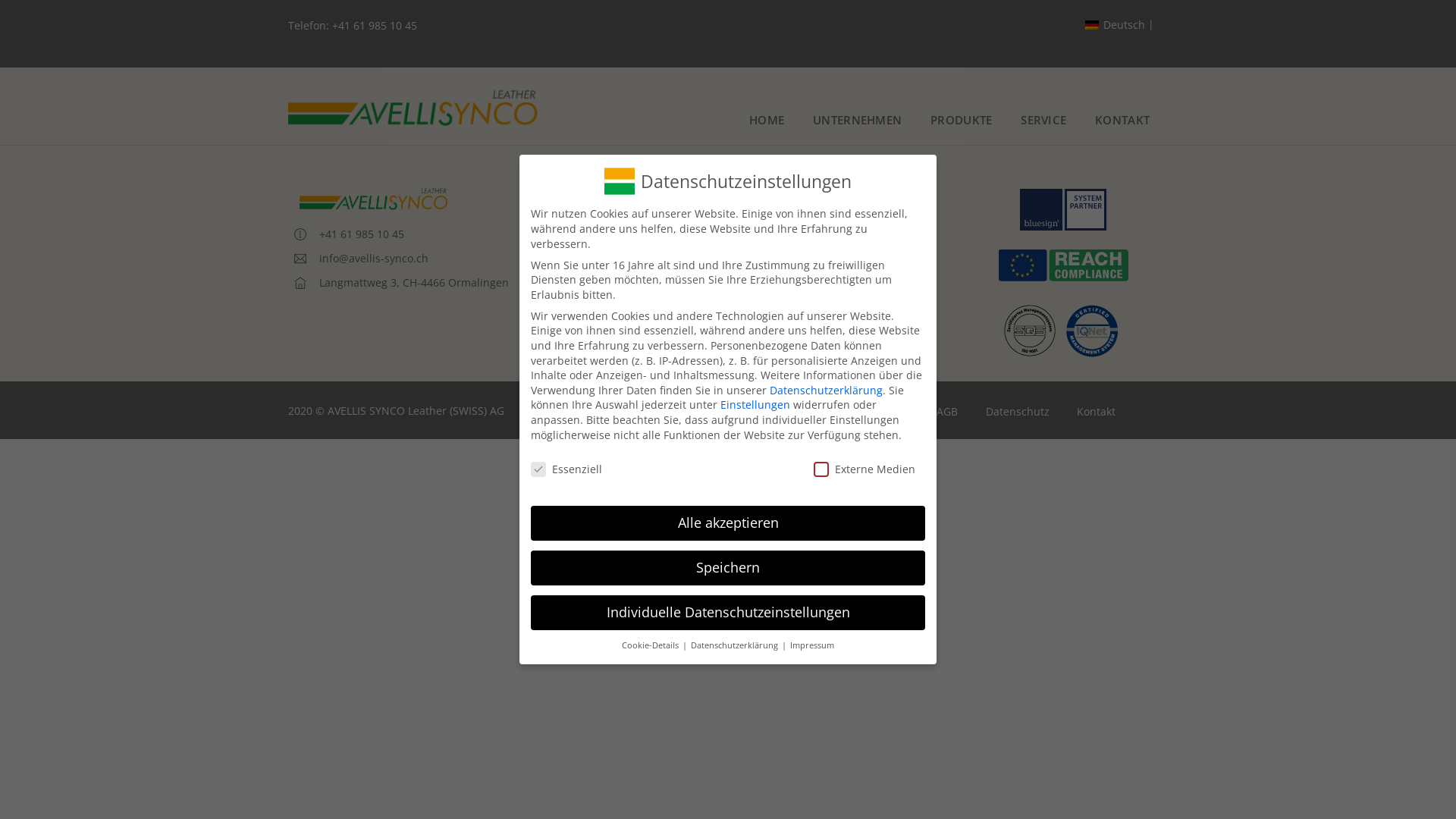 Image resolution: width=1456 pixels, height=819 pixels. What do you see at coordinates (360, 257) in the screenshot?
I see `'info@avellis-synco.ch'` at bounding box center [360, 257].